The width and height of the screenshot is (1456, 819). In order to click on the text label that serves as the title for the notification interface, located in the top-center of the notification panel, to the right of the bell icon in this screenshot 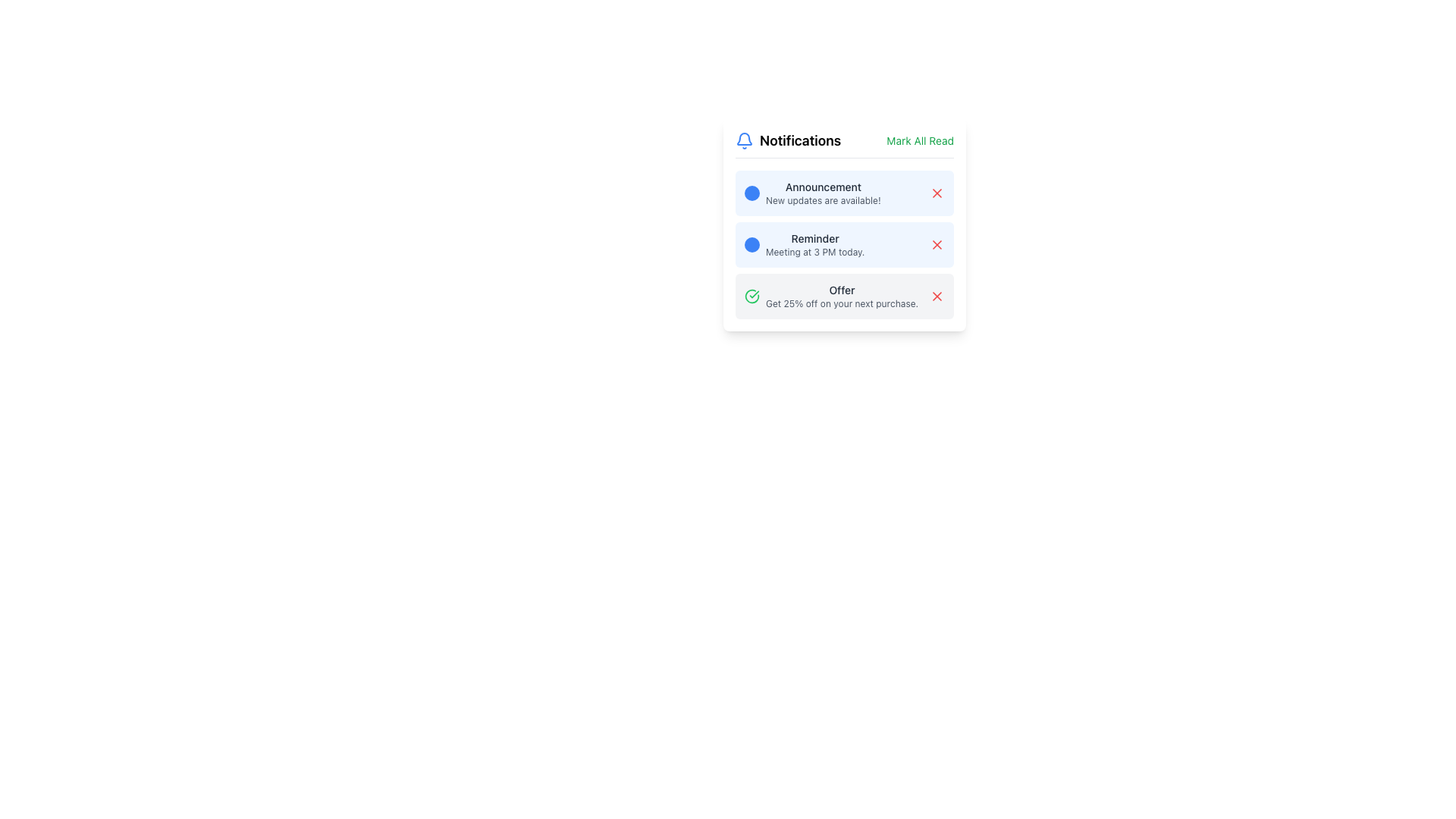, I will do `click(799, 140)`.